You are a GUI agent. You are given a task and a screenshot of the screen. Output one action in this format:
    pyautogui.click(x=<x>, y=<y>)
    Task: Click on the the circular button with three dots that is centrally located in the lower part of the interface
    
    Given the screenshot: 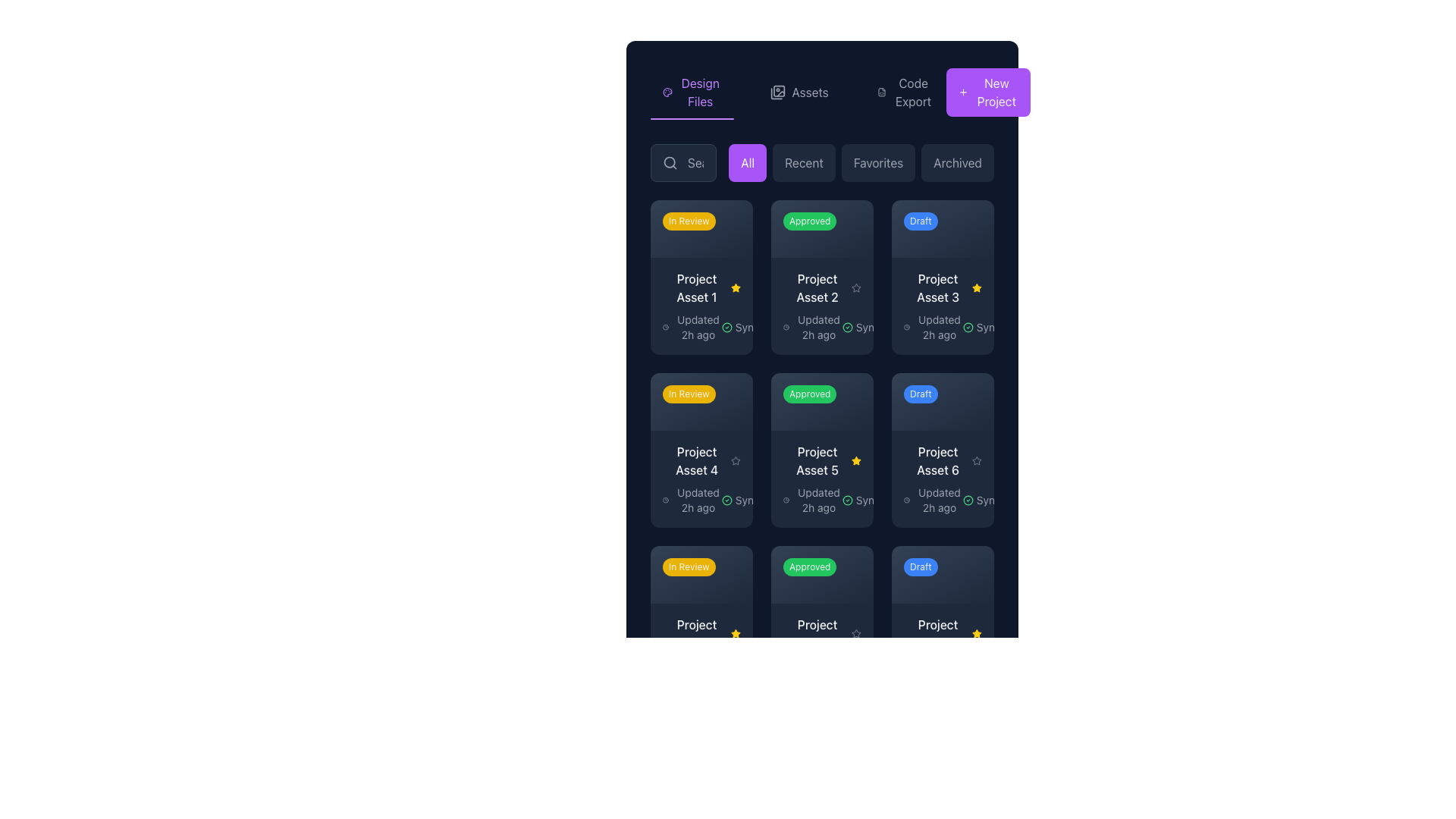 What is the action you would take?
    pyautogui.click(x=848, y=570)
    